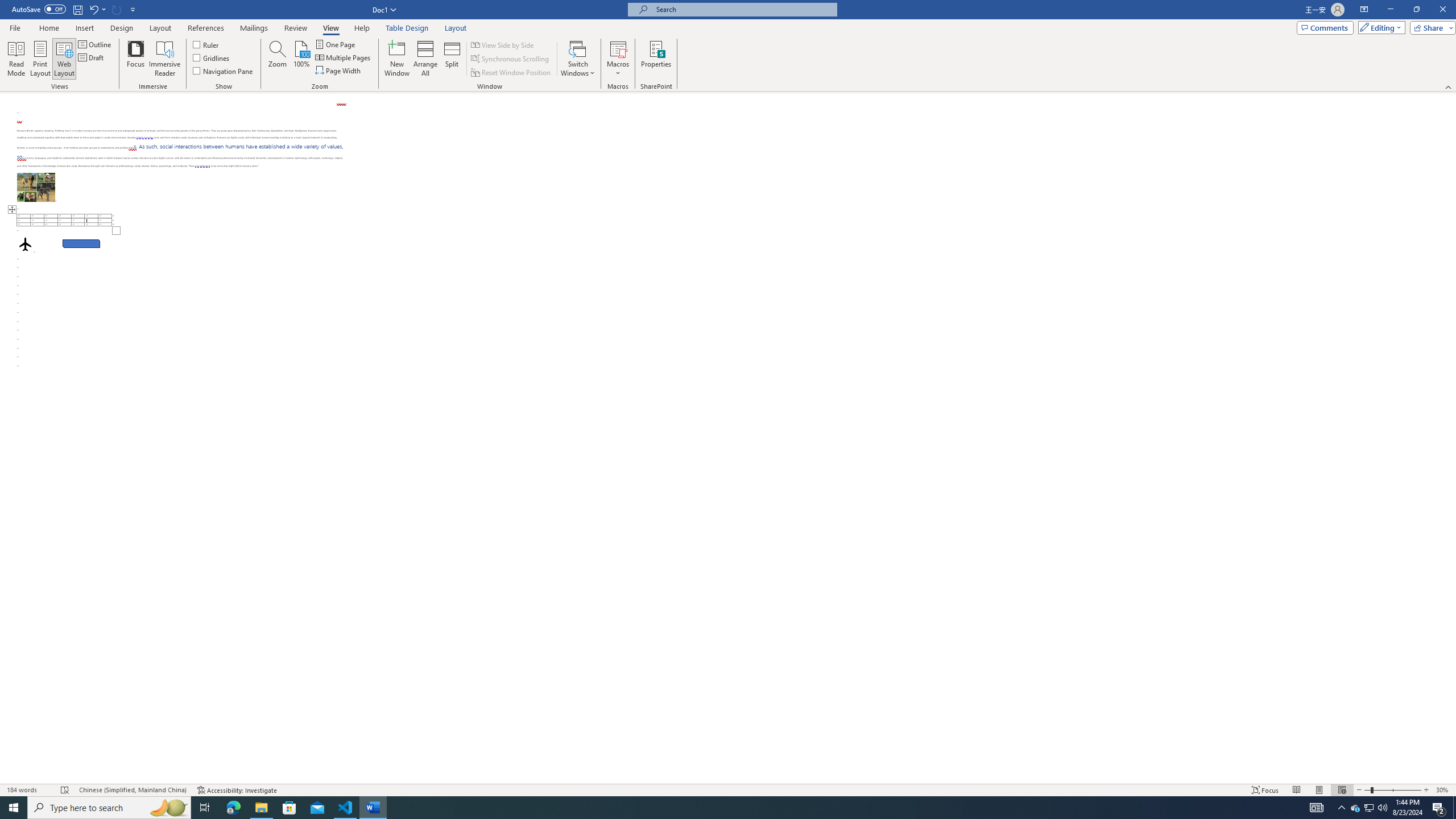 The width and height of the screenshot is (1456, 819). What do you see at coordinates (331, 28) in the screenshot?
I see `'View'` at bounding box center [331, 28].